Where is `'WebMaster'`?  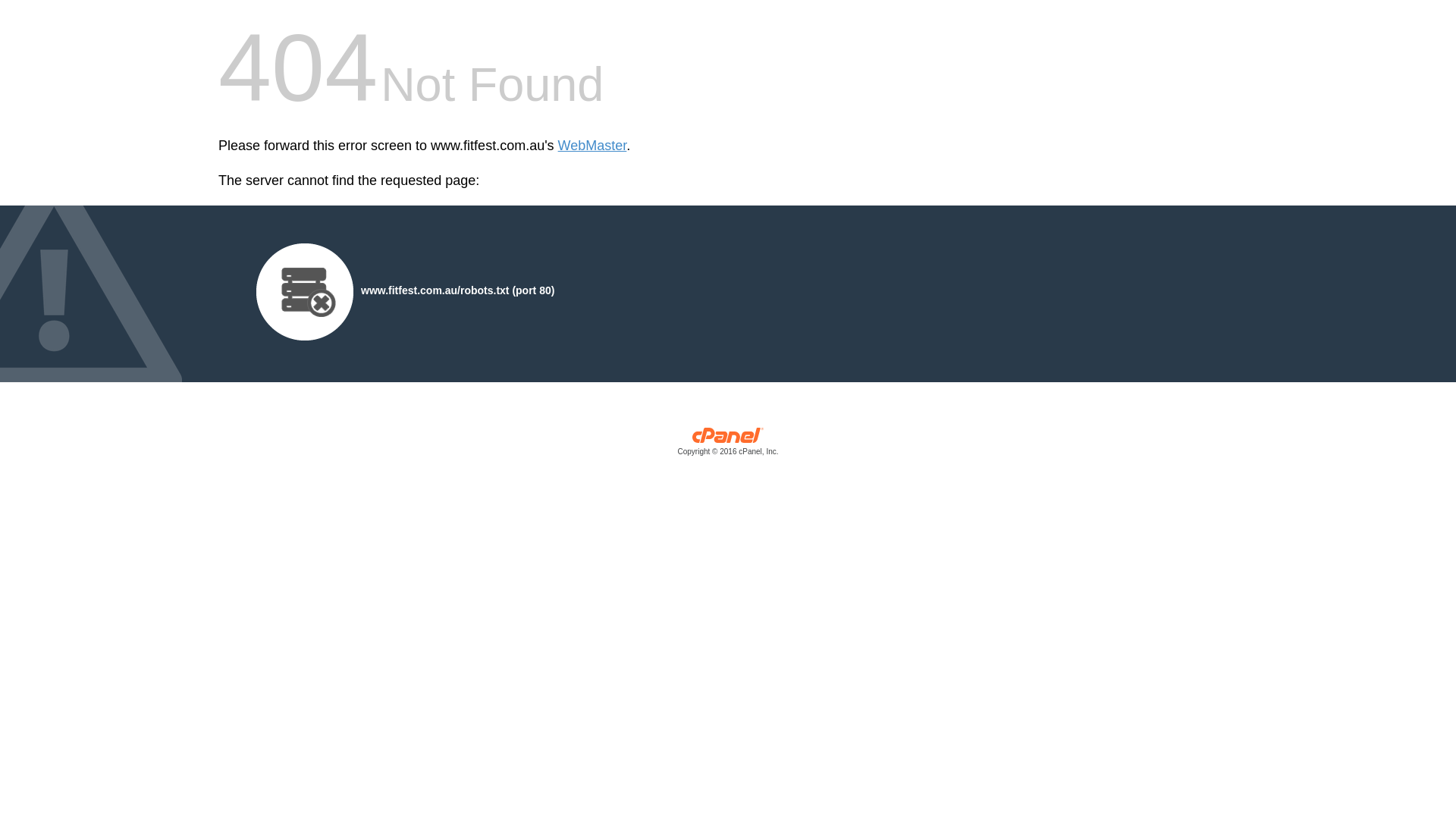 'WebMaster' is located at coordinates (591, 146).